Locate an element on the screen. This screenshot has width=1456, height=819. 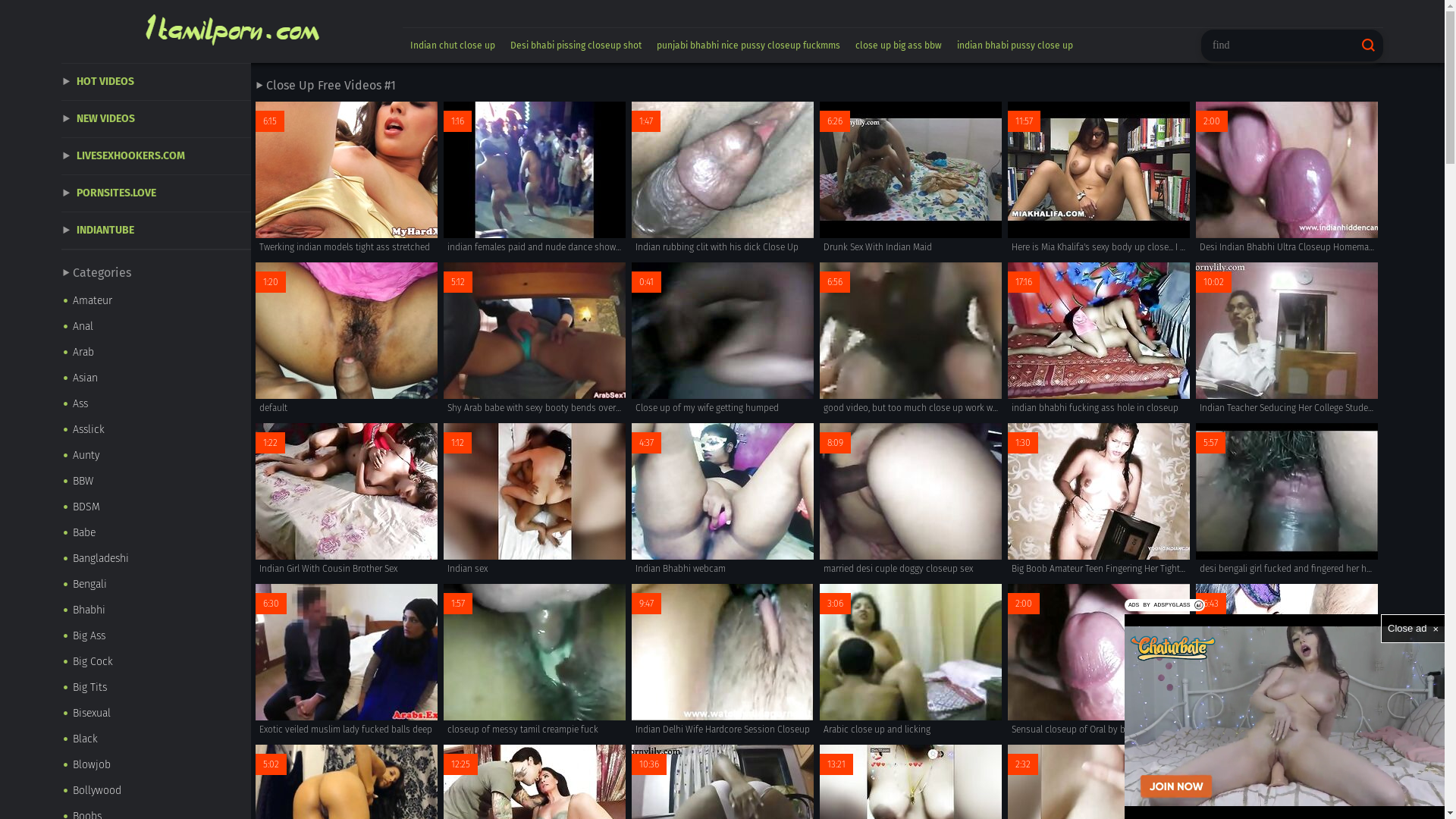
'10:02 is located at coordinates (1286, 338).